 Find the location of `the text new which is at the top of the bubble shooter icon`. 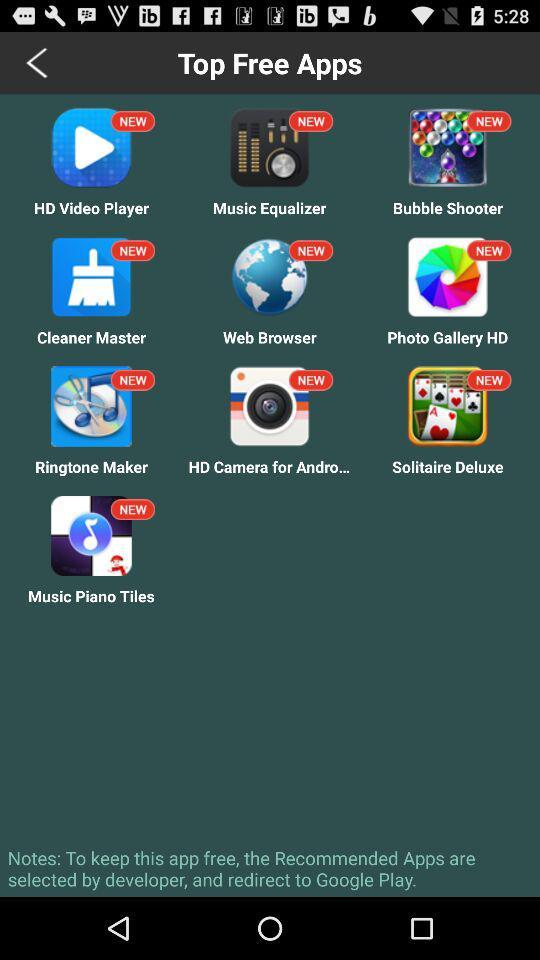

the text new which is at the top of the bubble shooter icon is located at coordinates (488, 120).